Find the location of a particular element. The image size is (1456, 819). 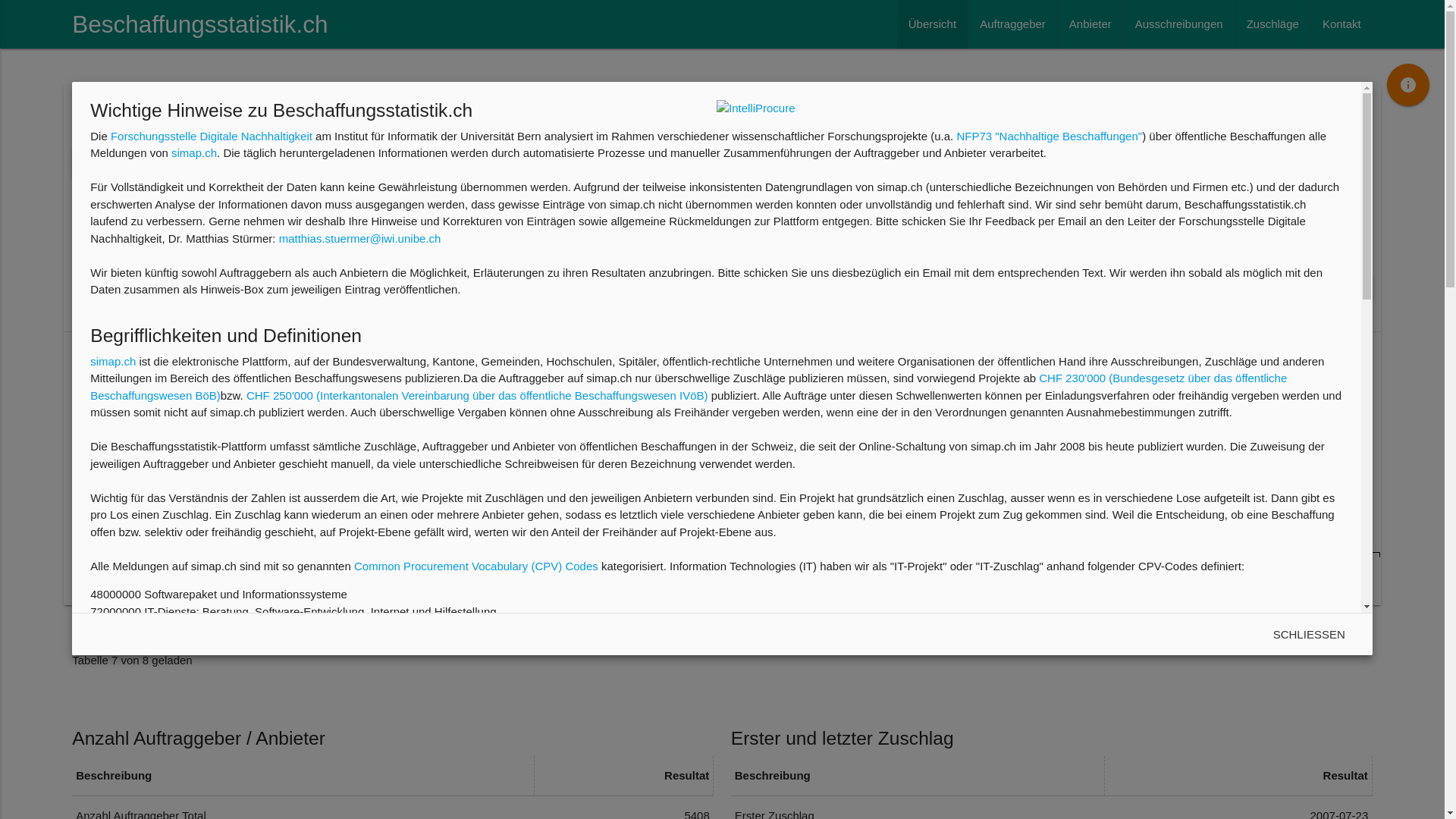

'Beschaffungsstatistik.ch' is located at coordinates (199, 24).